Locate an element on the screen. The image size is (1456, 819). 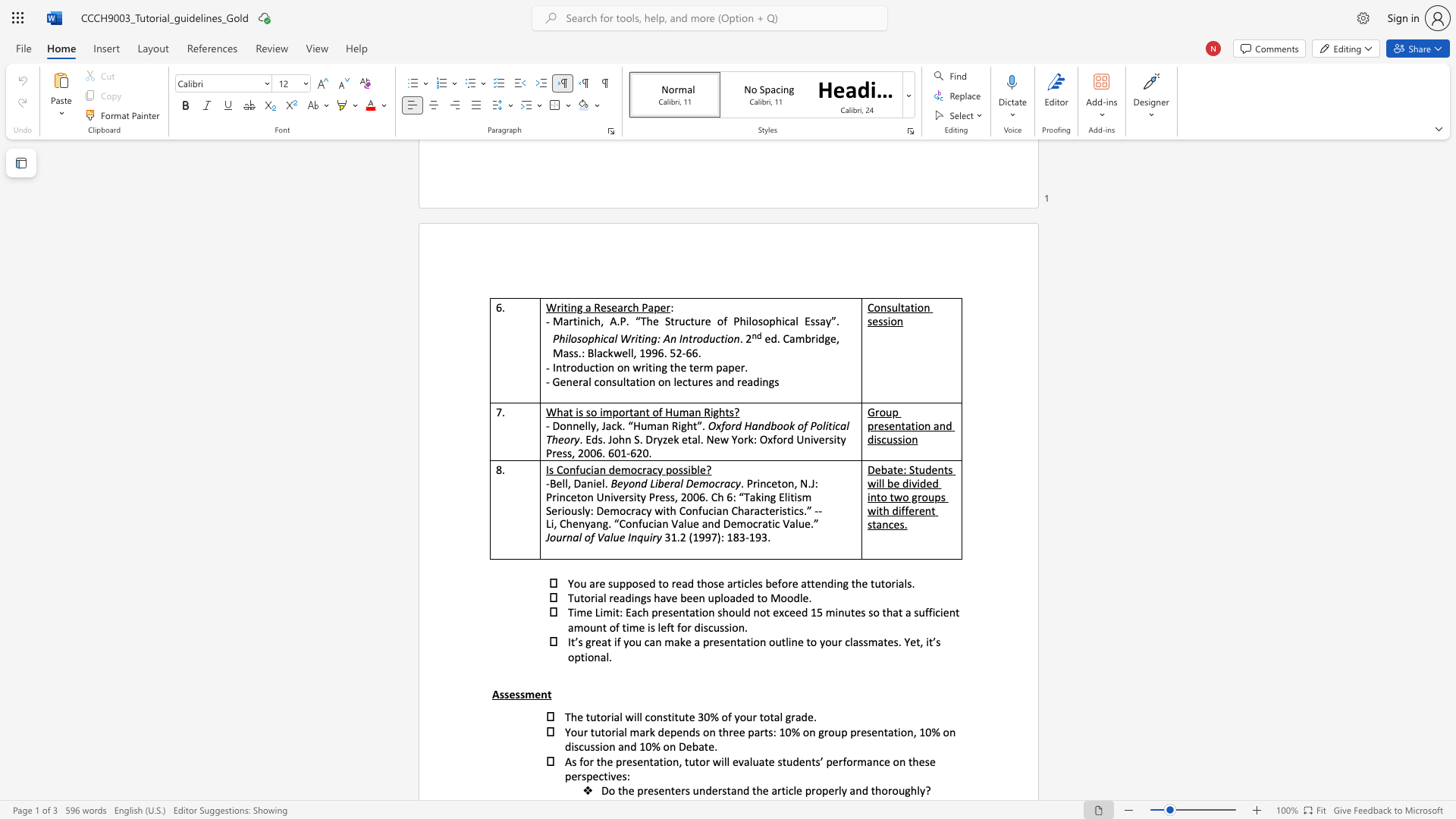
the subset text "rstand the article p" within the text "Do the presenters understand the article properly and thoroughly?" is located at coordinates (717, 789).